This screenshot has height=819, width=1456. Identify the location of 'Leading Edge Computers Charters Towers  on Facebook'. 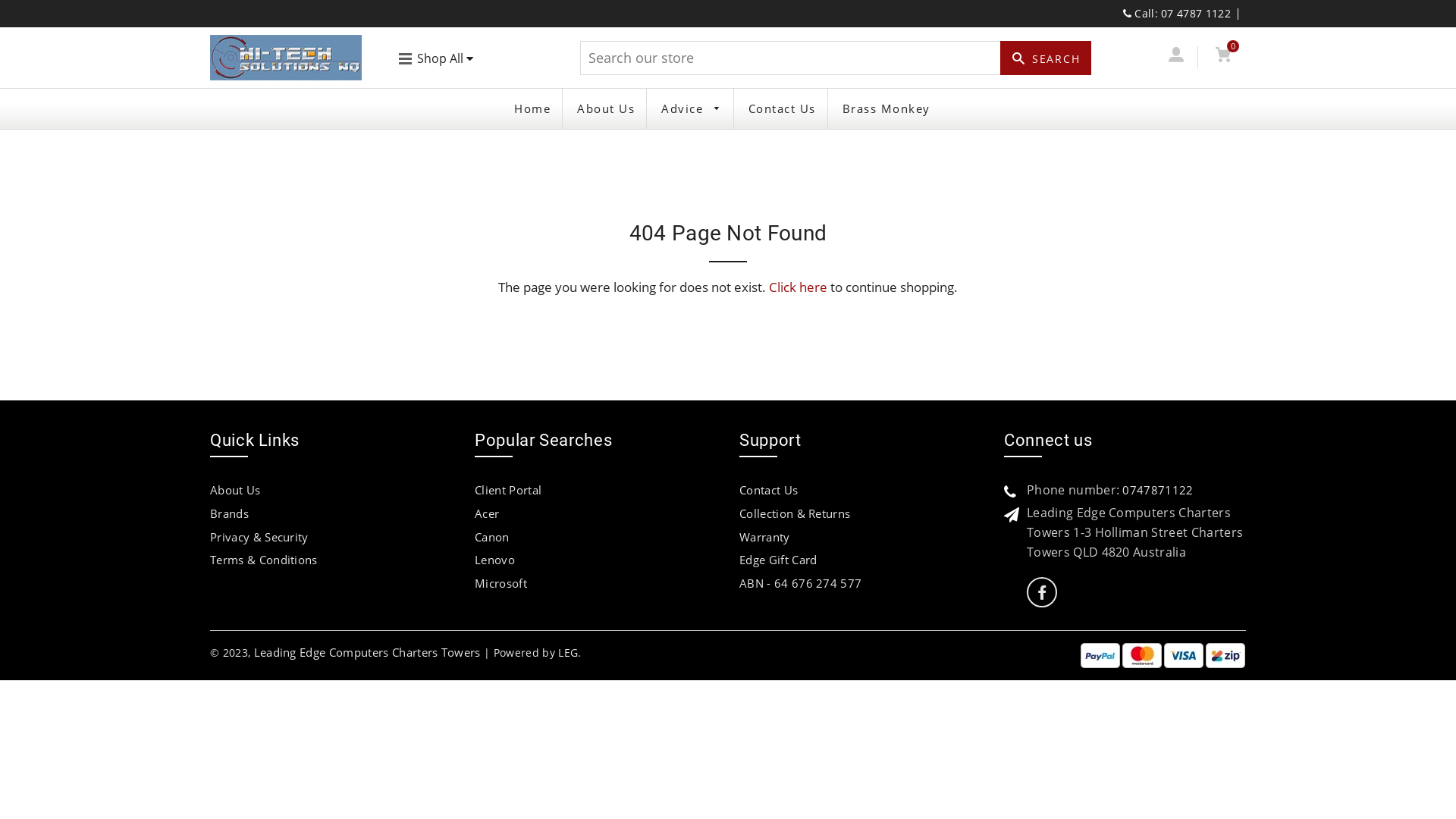
(1040, 591).